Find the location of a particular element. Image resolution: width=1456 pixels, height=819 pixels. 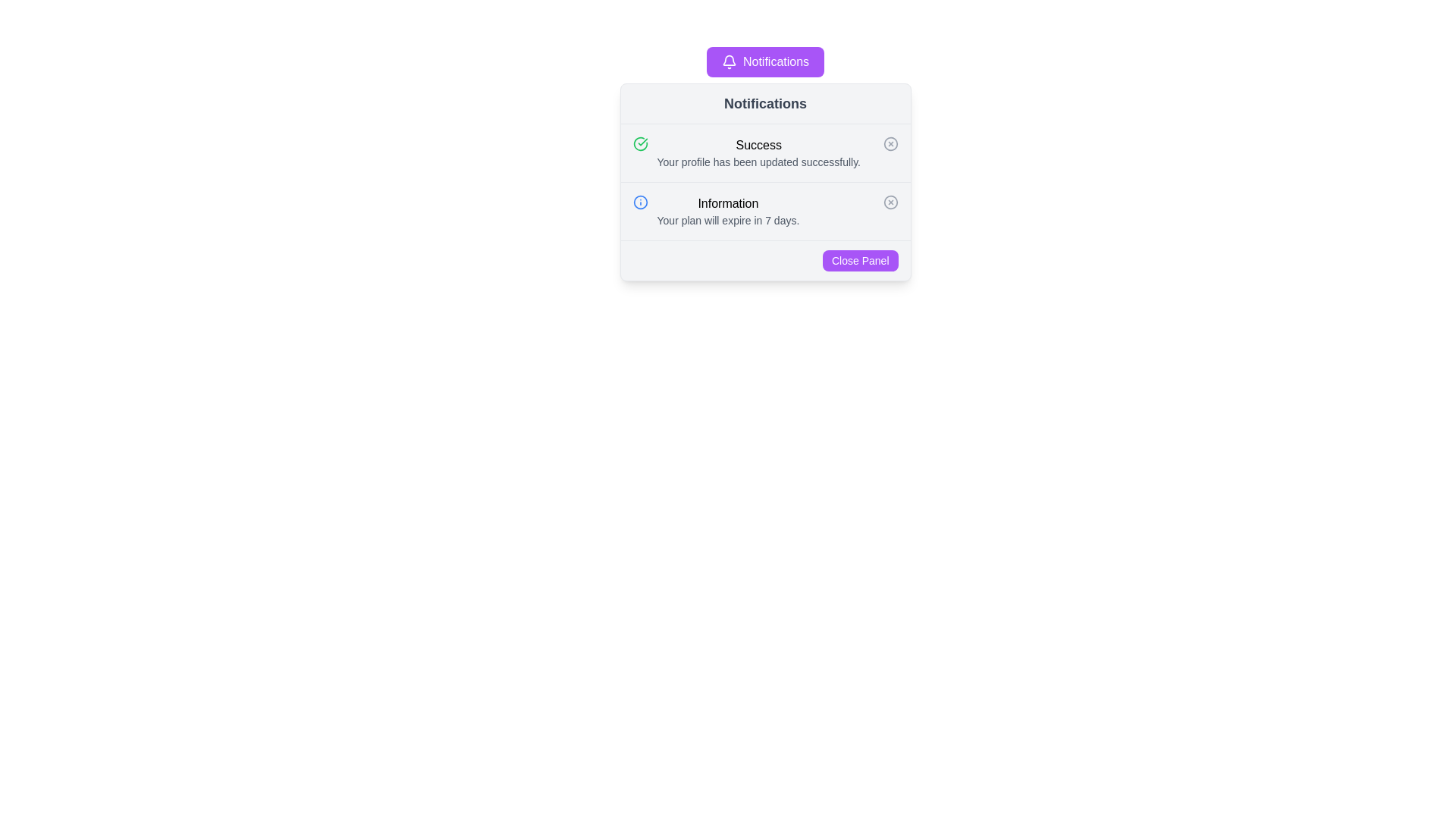

the close icon located on the rightmost part of the row containing the success message is located at coordinates (890, 143).